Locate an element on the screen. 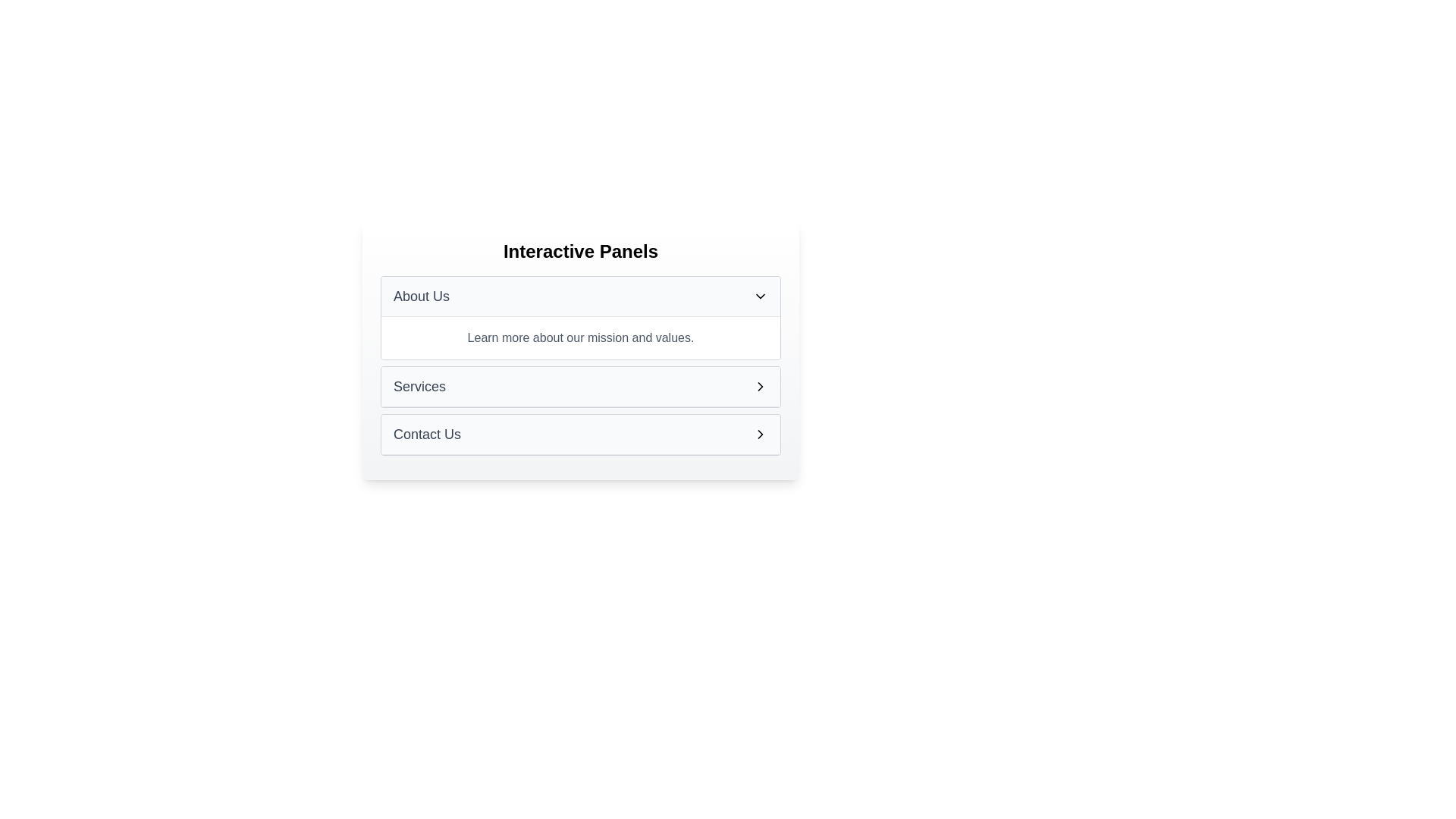  the chevron icon located to the far-right of the 'About Us' menu header is located at coordinates (761, 296).